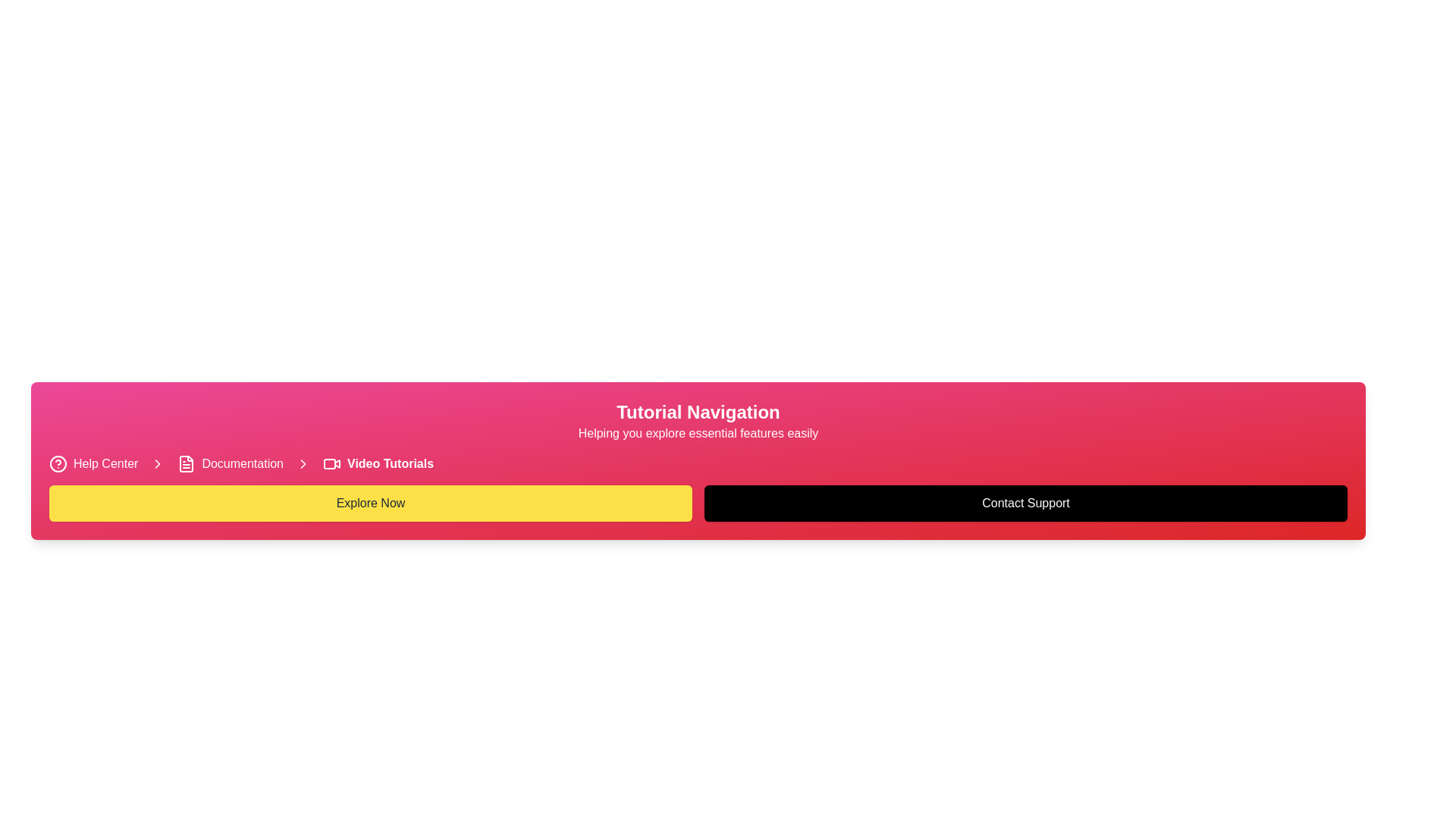 The height and width of the screenshot is (819, 1456). What do you see at coordinates (158, 463) in the screenshot?
I see `the first right-chevron icon in the breadcrumb navigation interface, which separates 'Help Center' and 'Documentation'` at bounding box center [158, 463].